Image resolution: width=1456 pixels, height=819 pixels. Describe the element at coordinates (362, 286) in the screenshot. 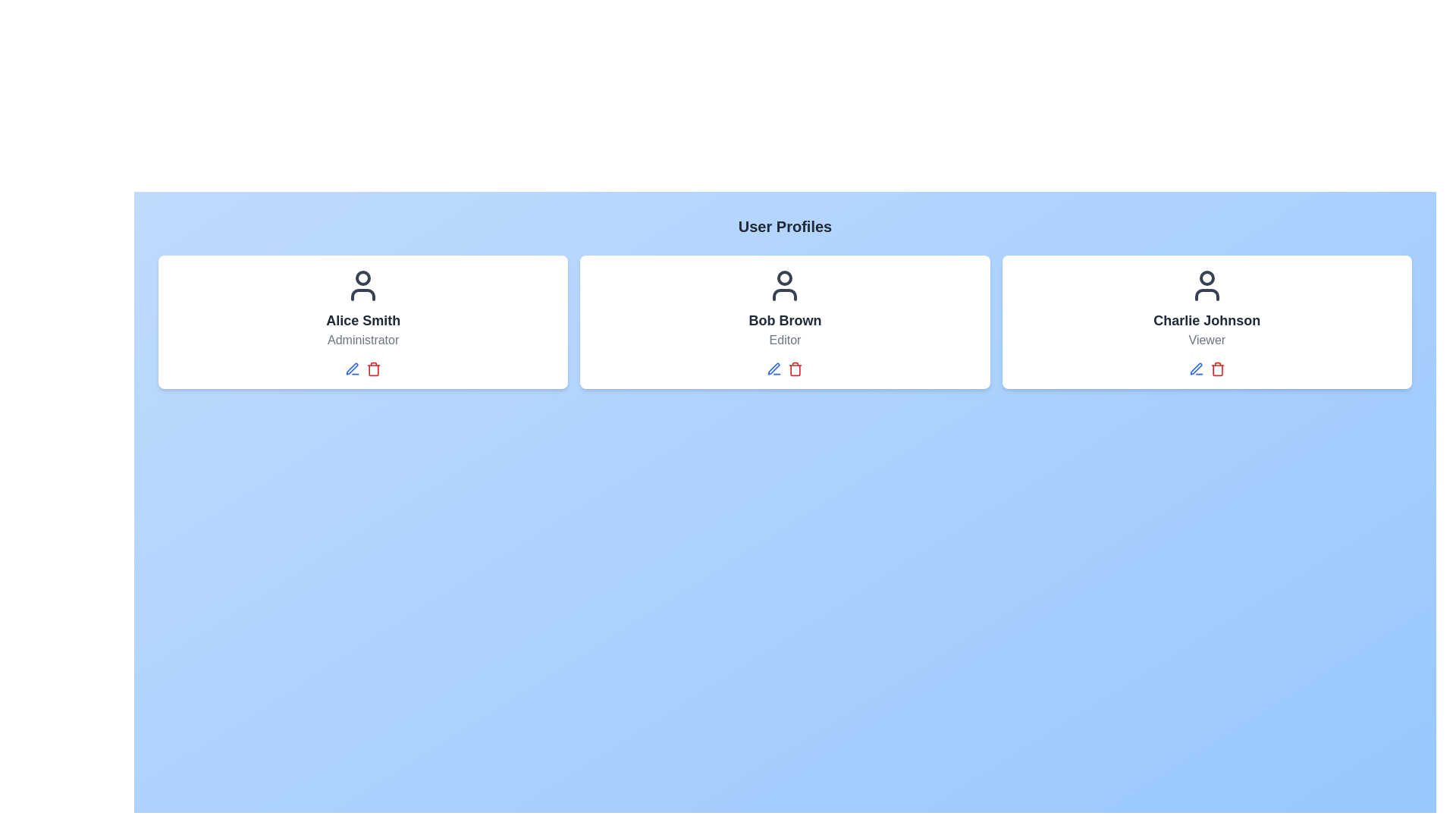

I see `the user profile icon for 'Alice Smith' located at the upper center of her card above the labels 'Alice Smith' and 'Administrator'` at that location.